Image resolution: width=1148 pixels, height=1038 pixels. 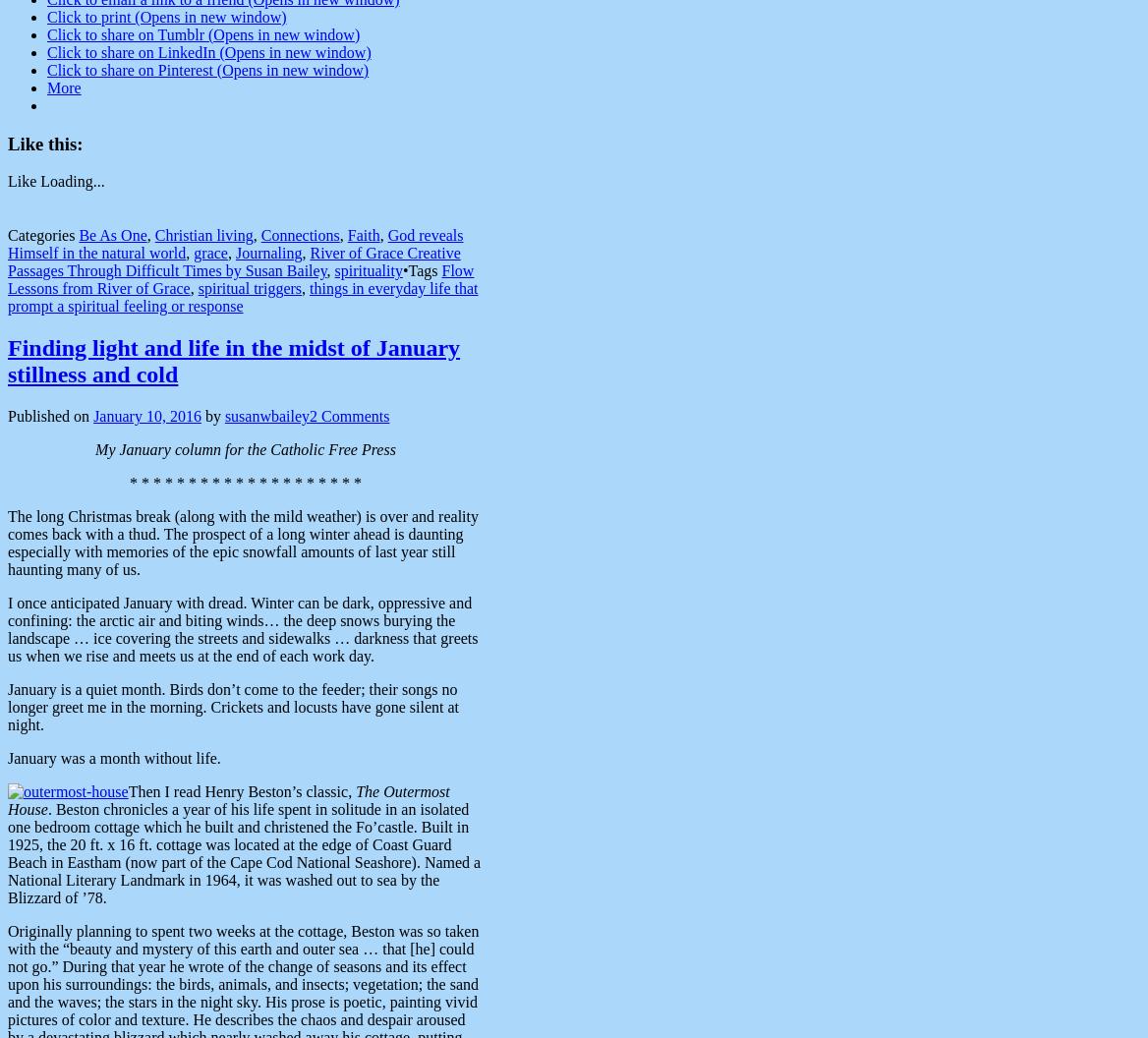 I want to click on 'My January column for the Catholic Free Press', so click(x=93, y=449).